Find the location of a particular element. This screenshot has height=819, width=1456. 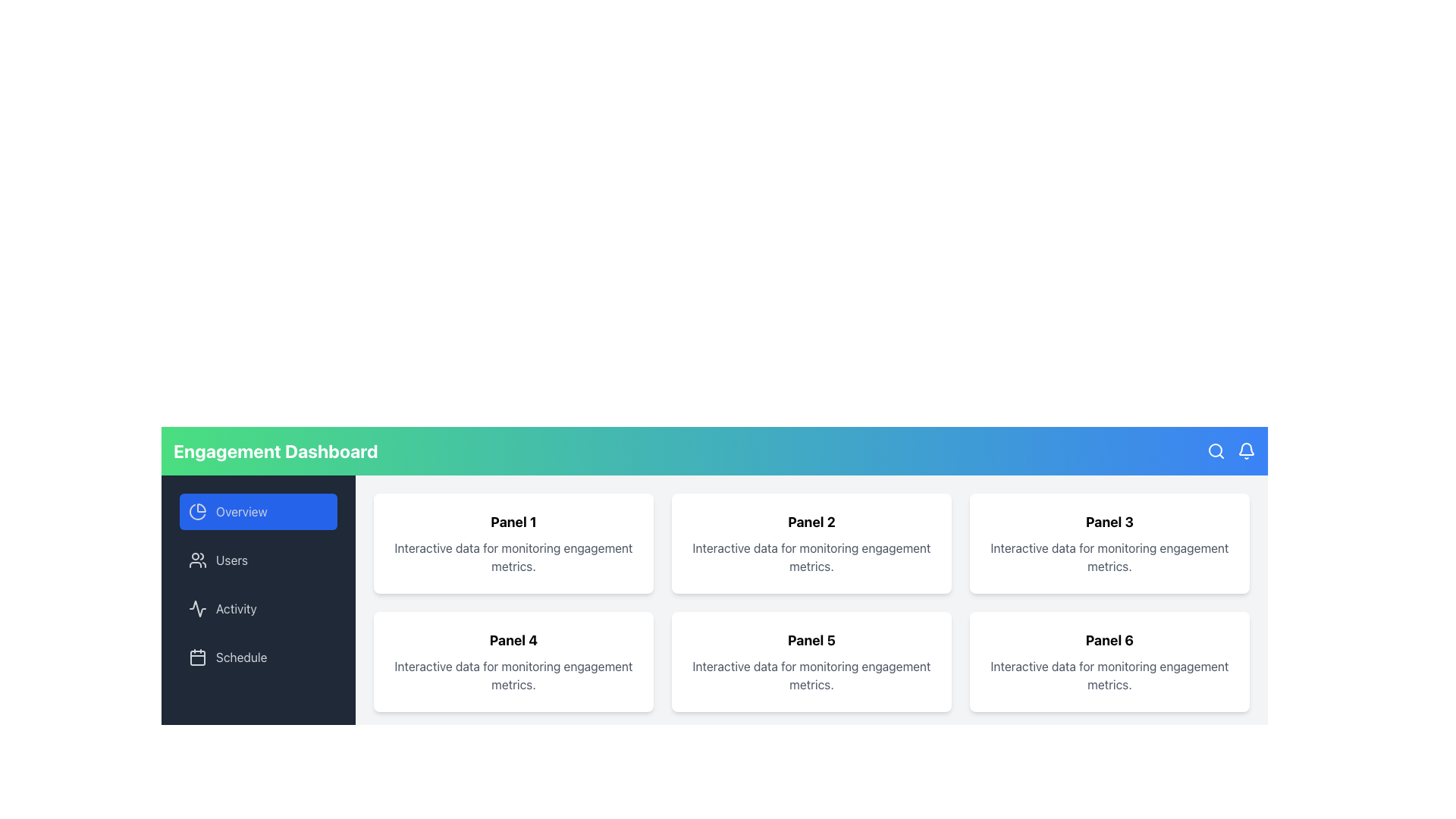

the Informational panel displaying 'Panel 6' and its description 'Interactive data for monitoring engagement metrics.' is located at coordinates (1109, 661).